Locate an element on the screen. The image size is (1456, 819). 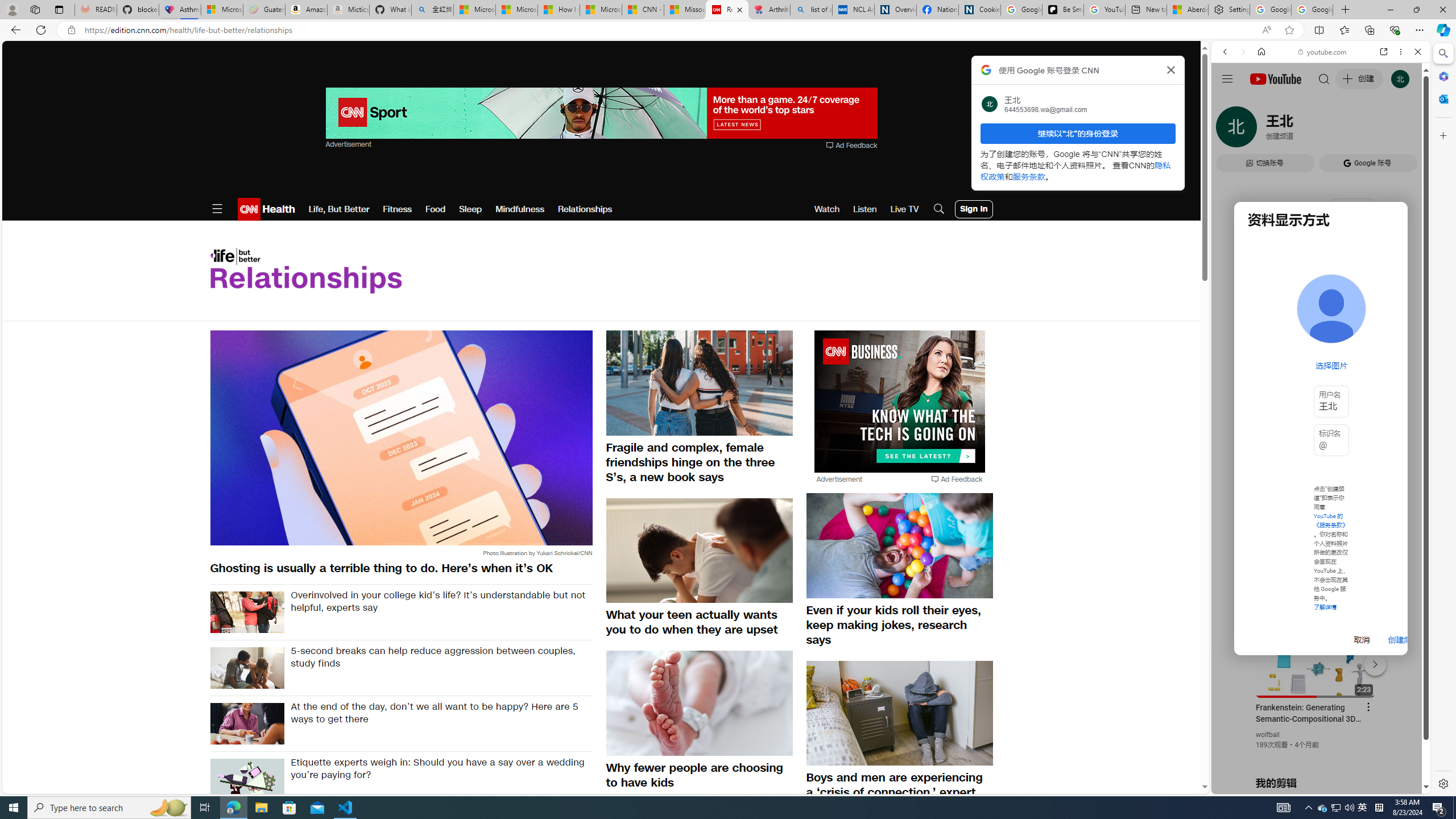
'Music' is located at coordinates (1319, 309).